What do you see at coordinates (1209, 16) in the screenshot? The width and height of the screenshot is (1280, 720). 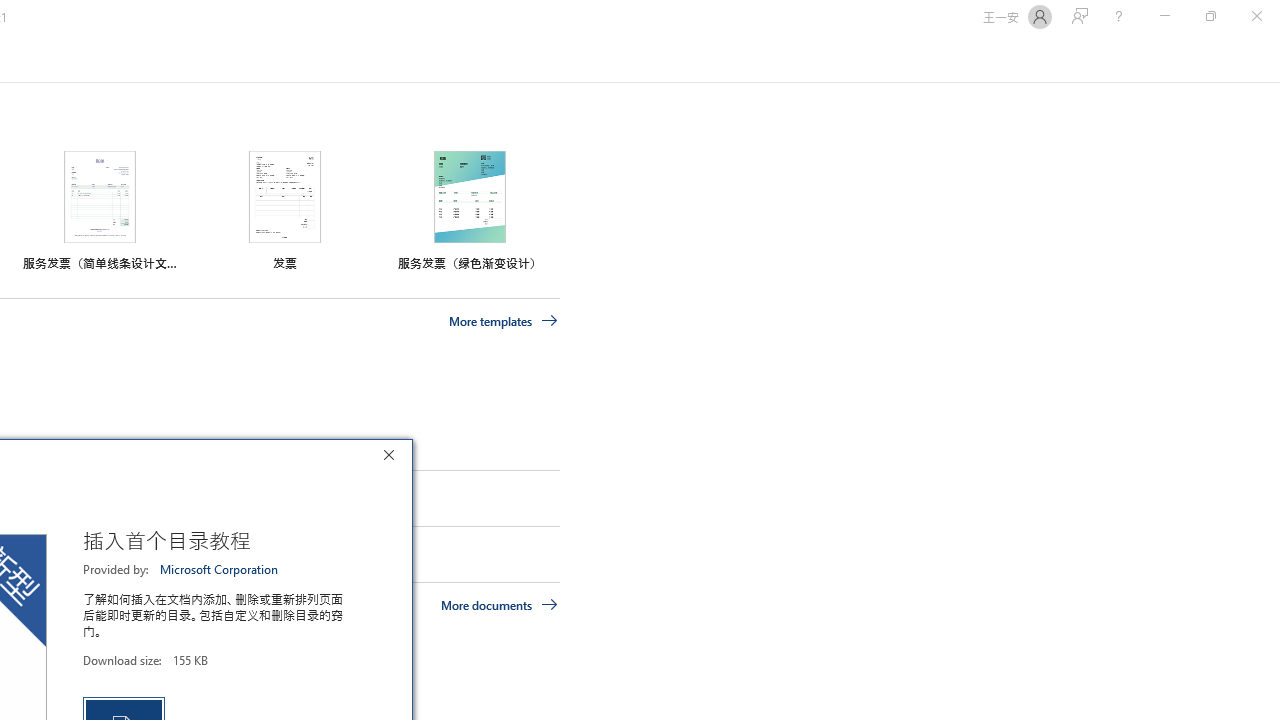 I see `'Restore Down'` at bounding box center [1209, 16].